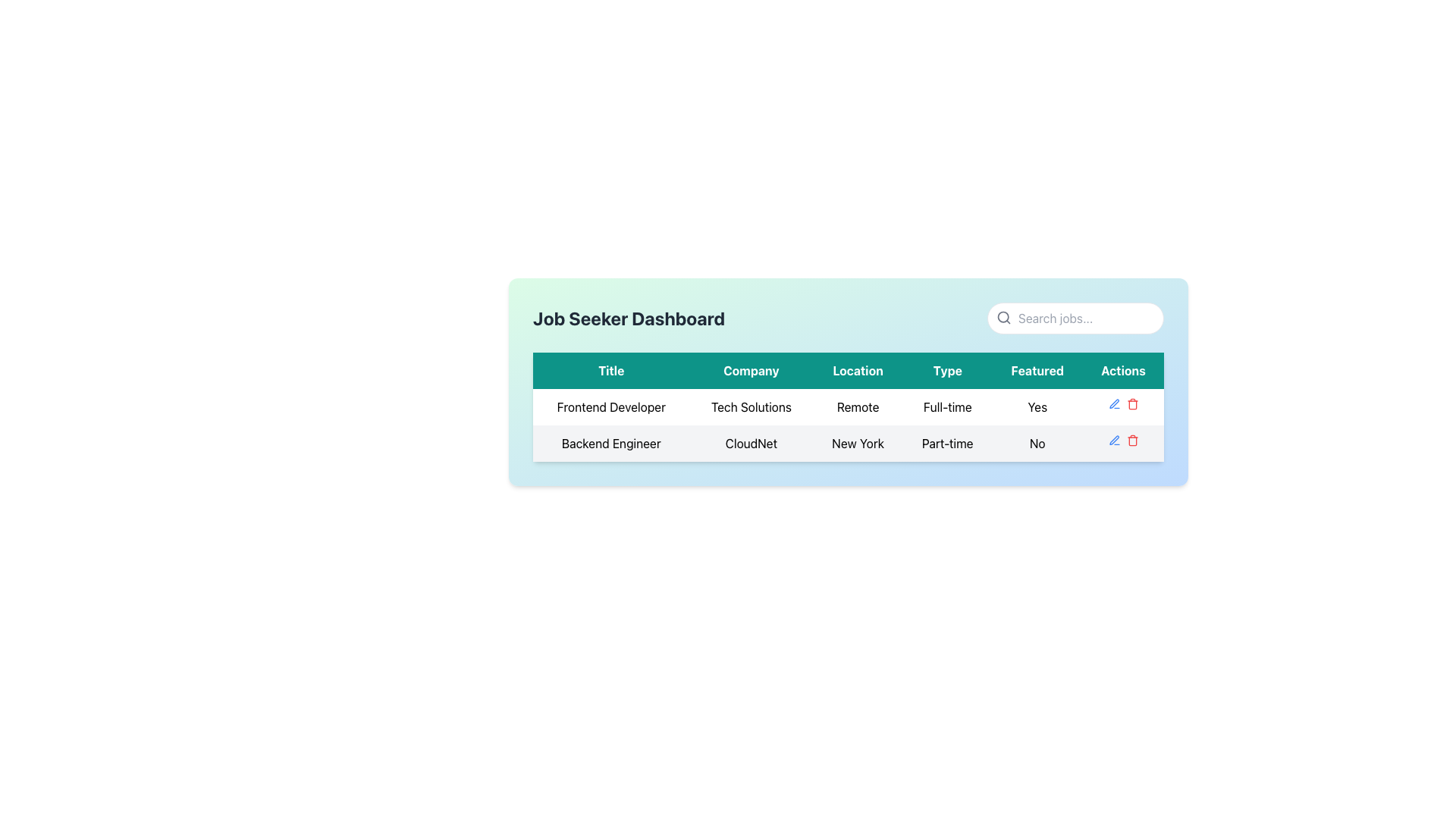 This screenshot has height=819, width=1456. What do you see at coordinates (946, 406) in the screenshot?
I see `the text label indicating 'Full-time' employment type for the 'Frontend Developer' position located in the fourth cell of the row` at bounding box center [946, 406].